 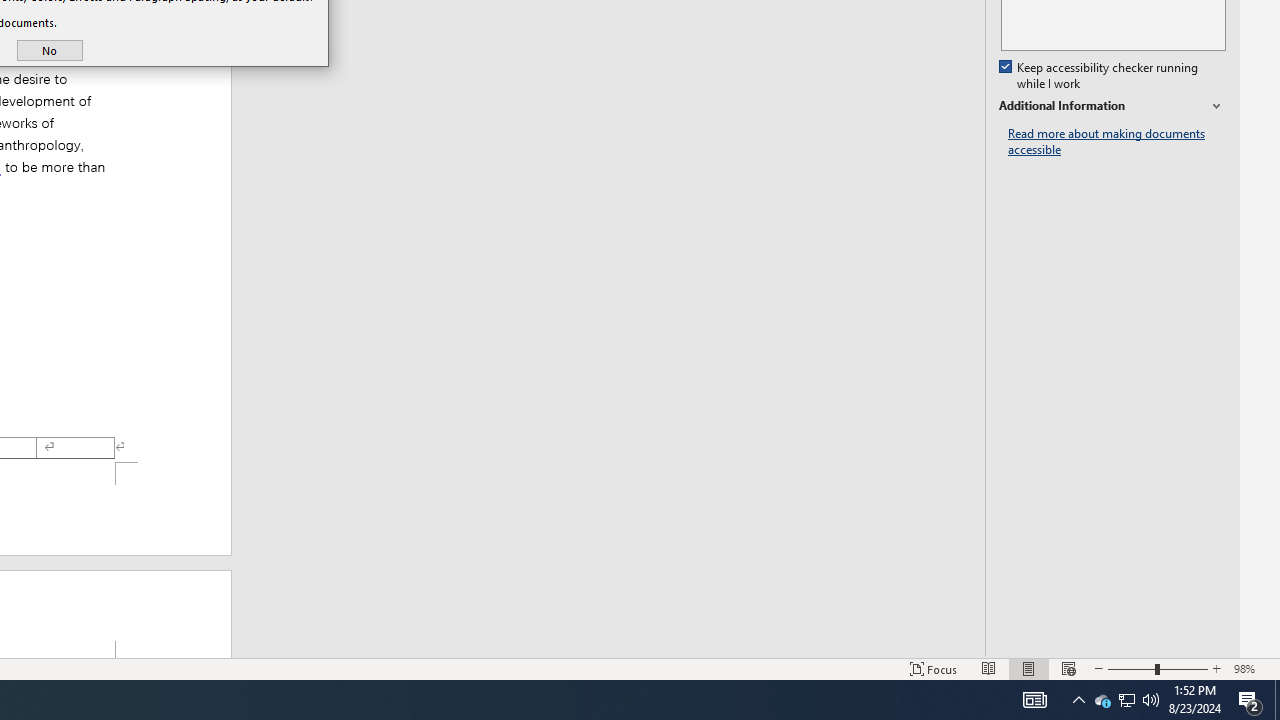 I want to click on 'Additional Information', so click(x=1111, y=106).